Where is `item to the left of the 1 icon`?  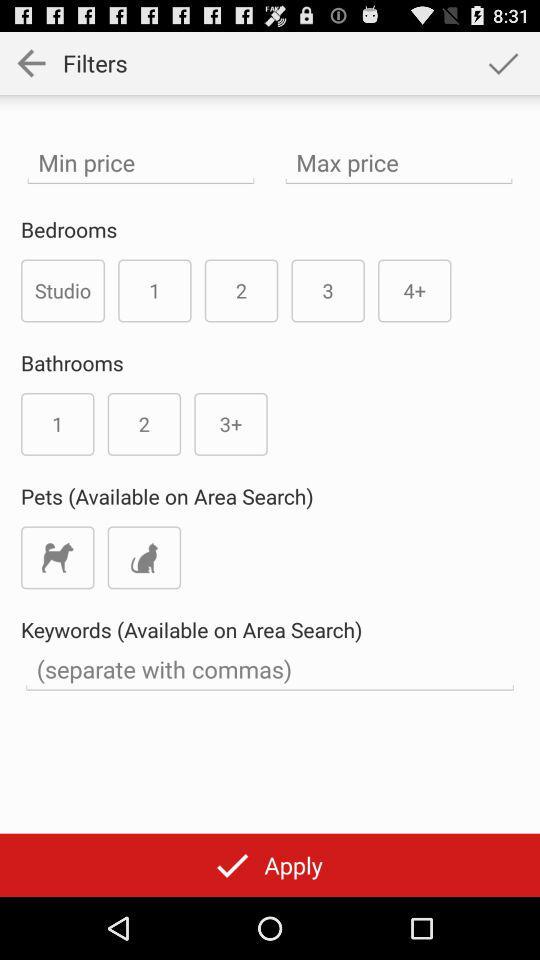 item to the left of the 1 icon is located at coordinates (63, 289).